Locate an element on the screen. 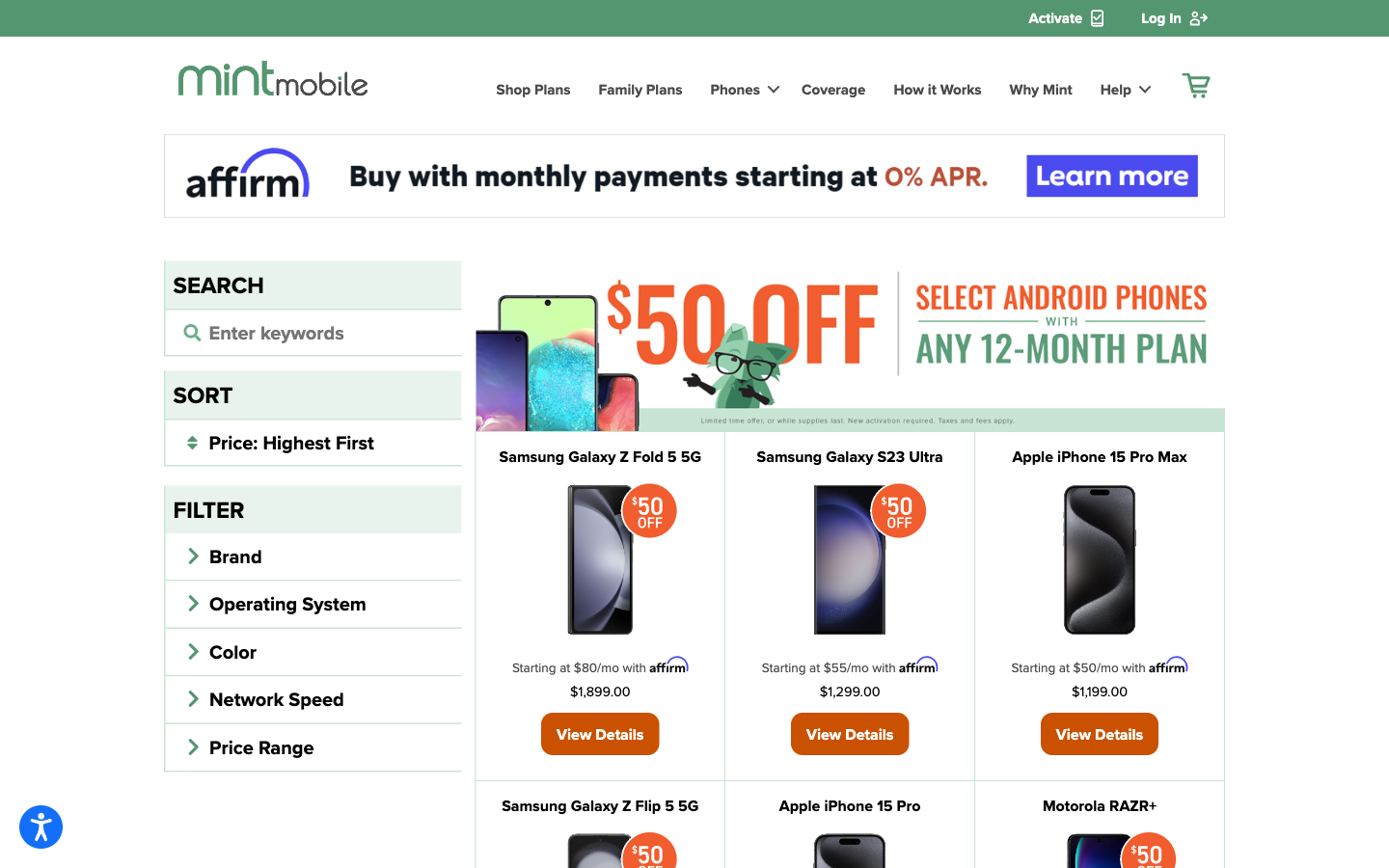 This screenshot has width=1389, height=868. Adjust sorting category is located at coordinates (313, 441).